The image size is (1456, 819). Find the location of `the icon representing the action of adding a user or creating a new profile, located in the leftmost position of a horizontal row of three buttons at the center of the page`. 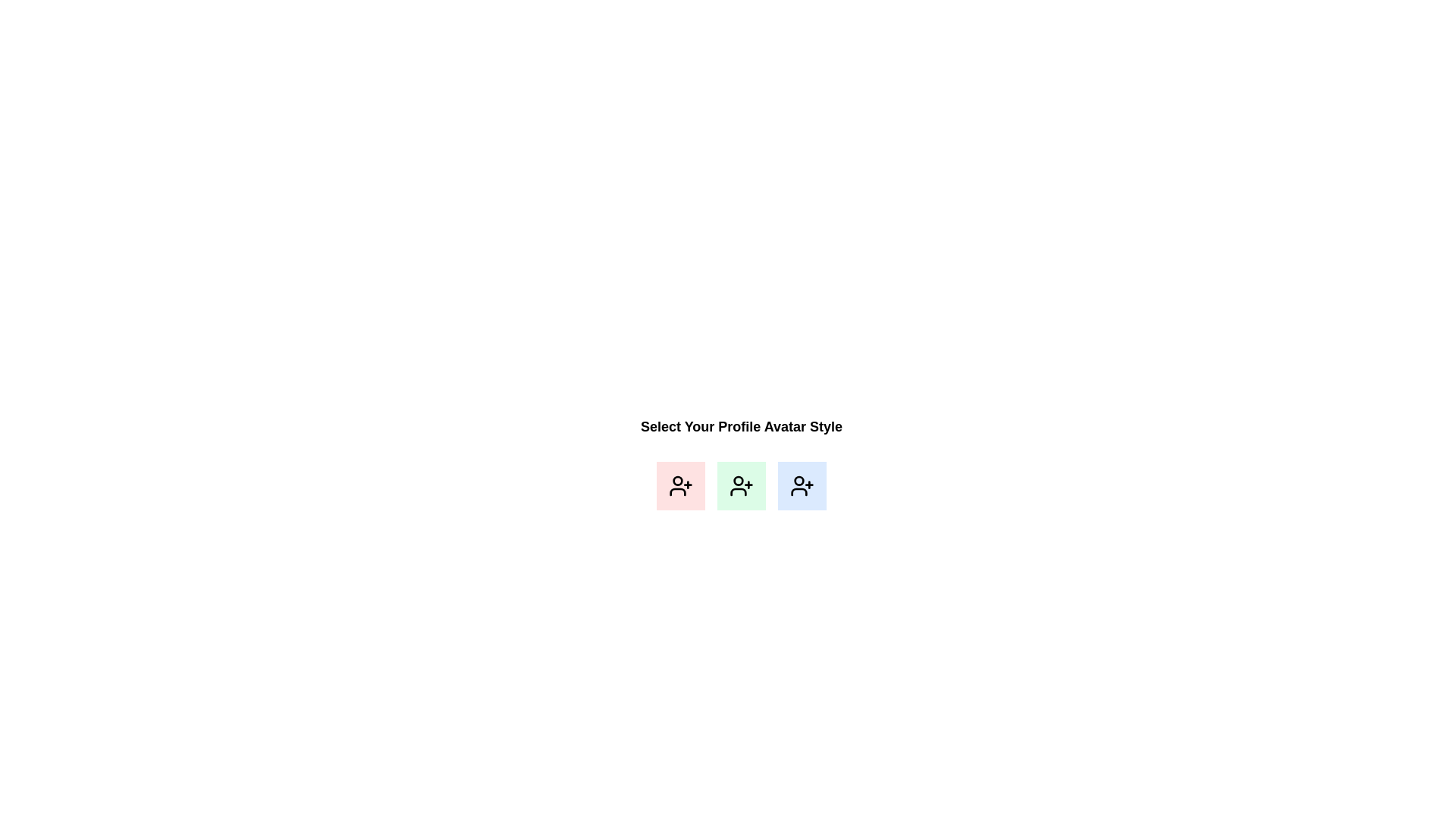

the icon representing the action of adding a user or creating a new profile, located in the leftmost position of a horizontal row of three buttons at the center of the page is located at coordinates (679, 485).